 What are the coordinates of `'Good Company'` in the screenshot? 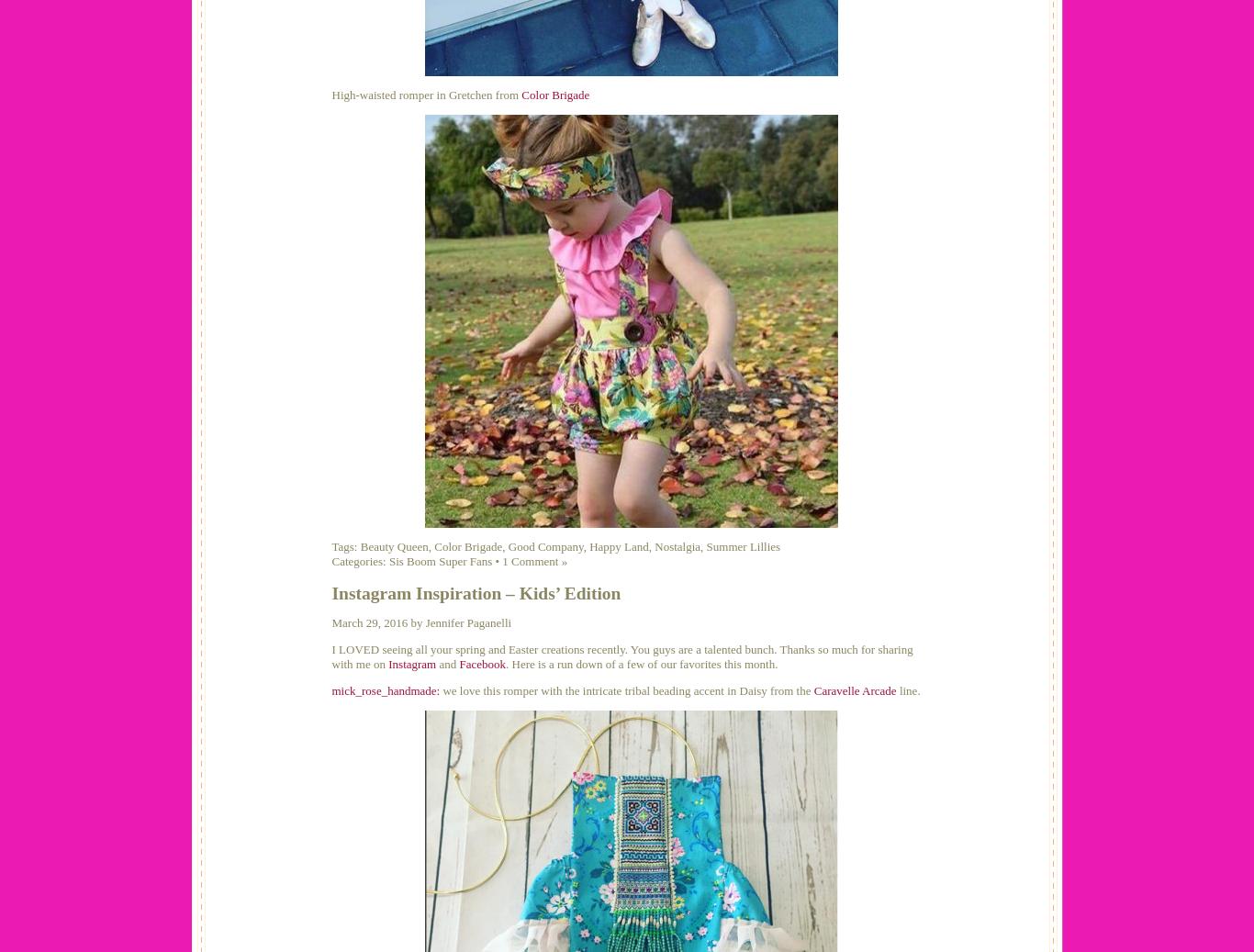 It's located at (507, 546).